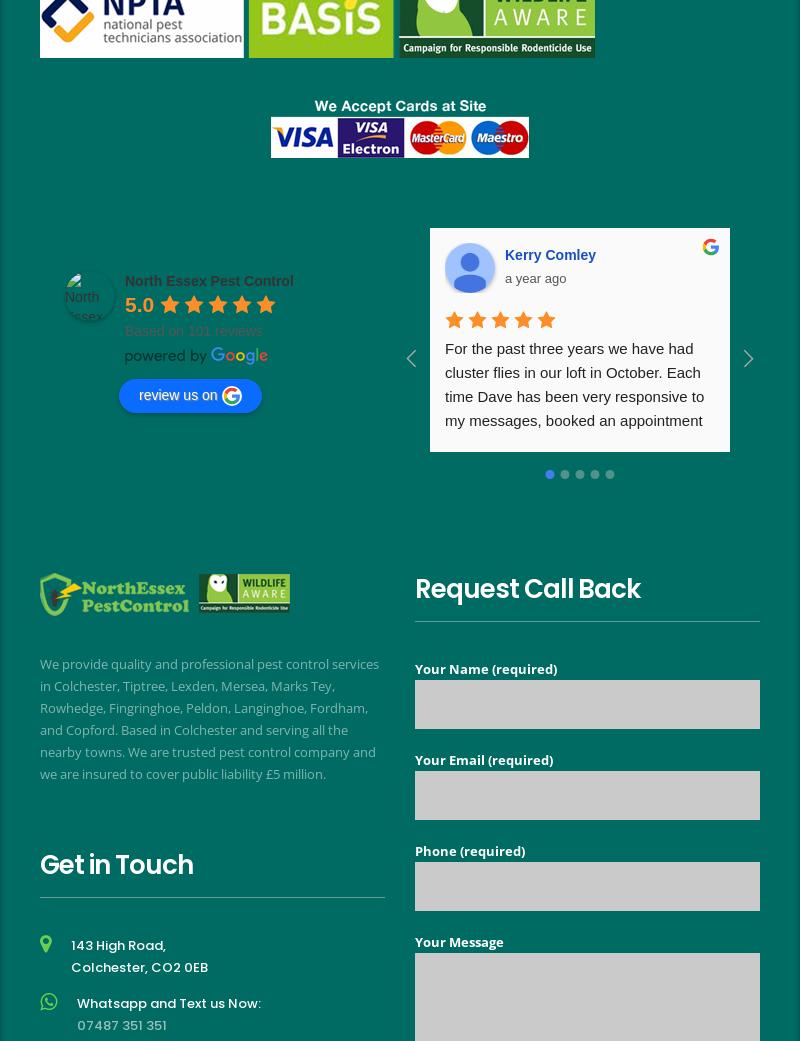 This screenshot has height=1041, width=800. What do you see at coordinates (580, 442) in the screenshot?
I see `'For the past three years we have had cluster flies in our loft in October. Each time Dave has been very responsive to my messages, booked an appointment for me within the next couple of days and eradicated the problem very quickly. Very reasonable fees too. I’d definitely recommend and will be using Dave again next year when the flies return!'` at bounding box center [580, 442].